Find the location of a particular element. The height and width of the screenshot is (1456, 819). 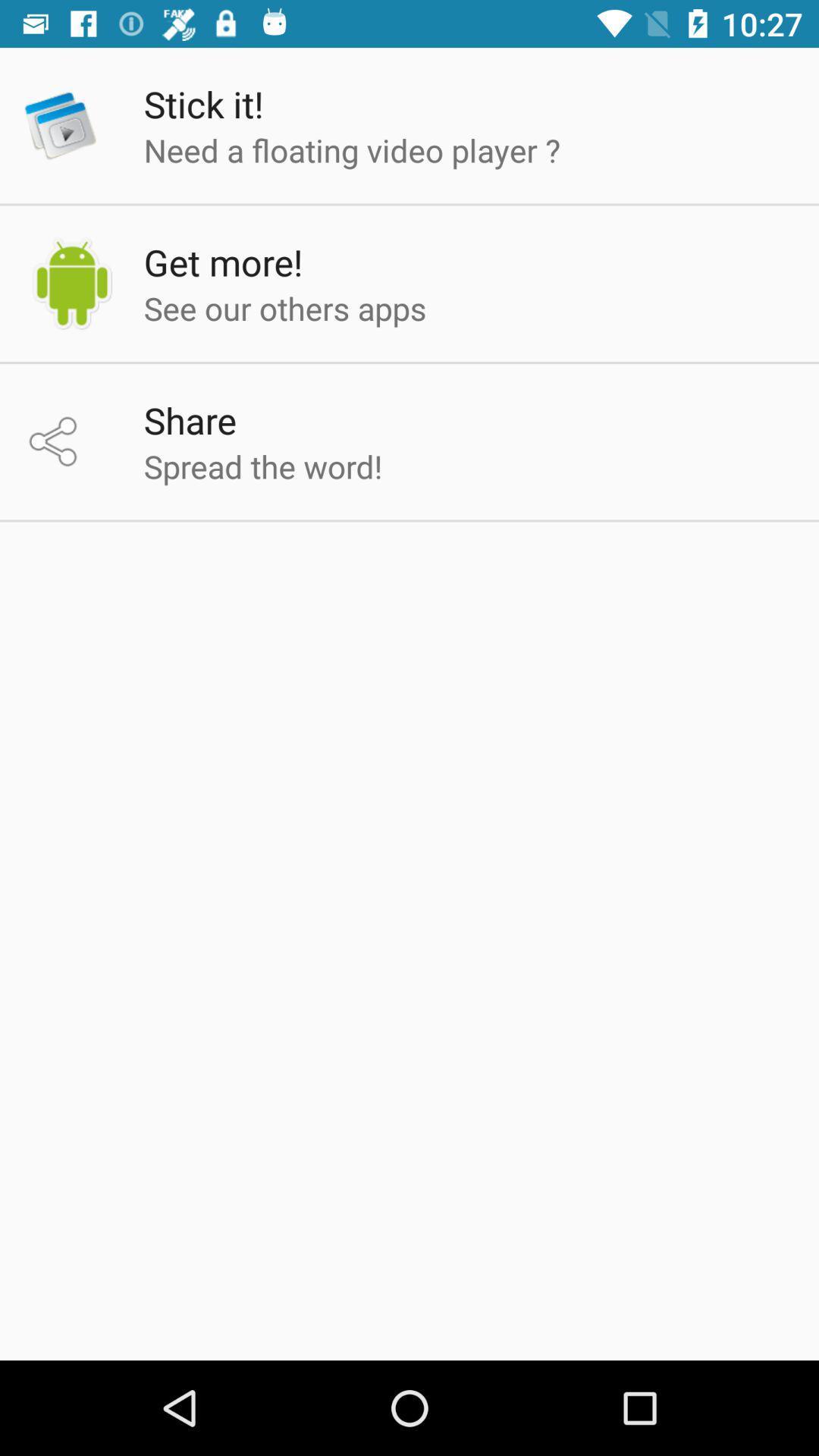

the see our others icon is located at coordinates (285, 307).